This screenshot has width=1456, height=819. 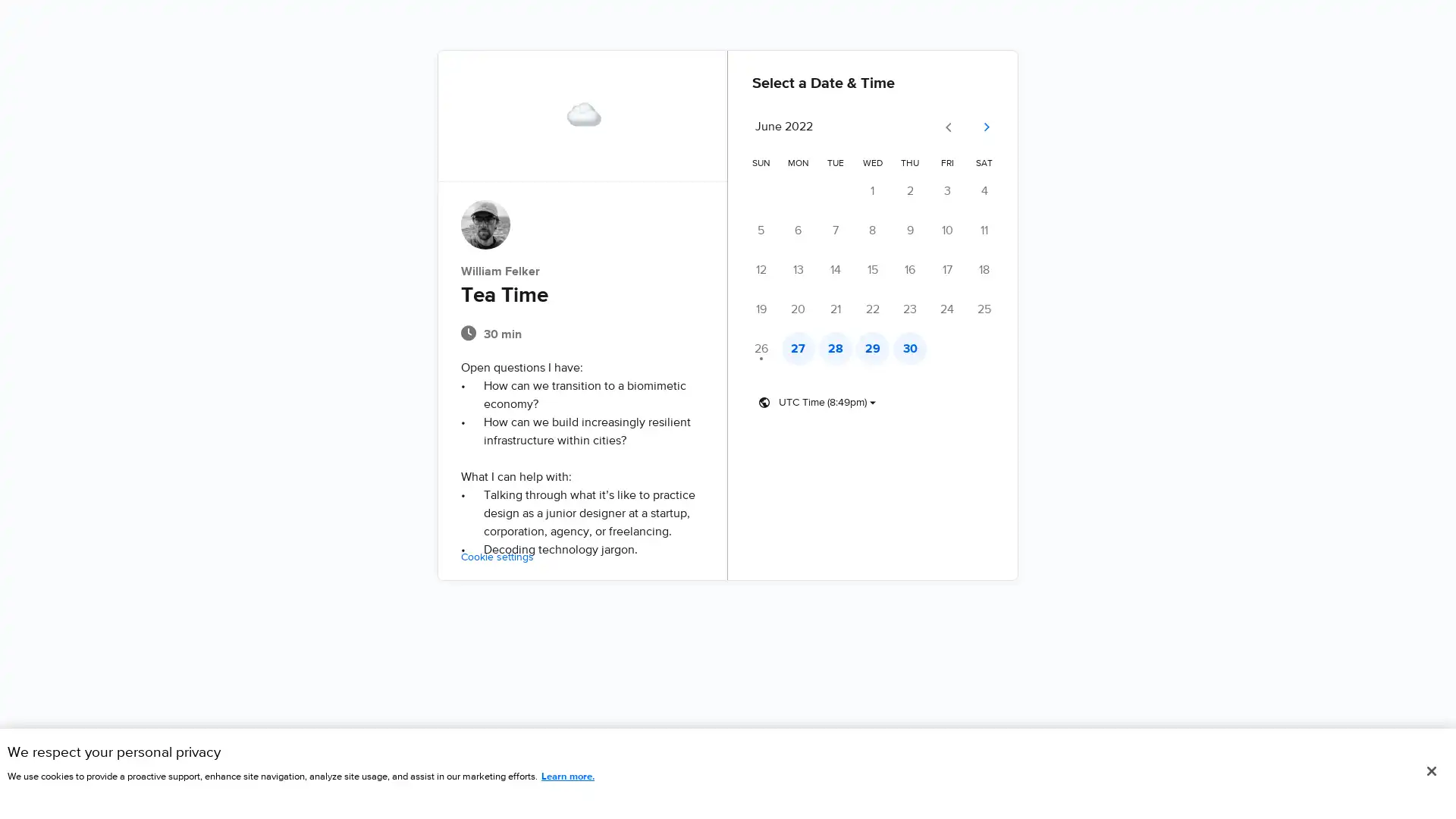 I want to click on Saturday, June 25 - No times available, so click(x=996, y=309).